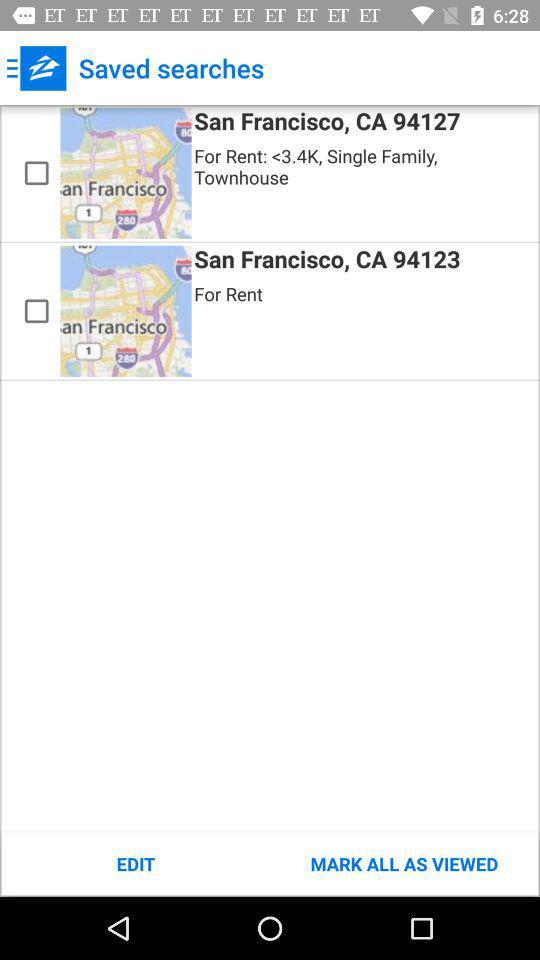 Image resolution: width=540 pixels, height=960 pixels. Describe the element at coordinates (135, 863) in the screenshot. I see `the icon to the left of the mark all as icon` at that location.